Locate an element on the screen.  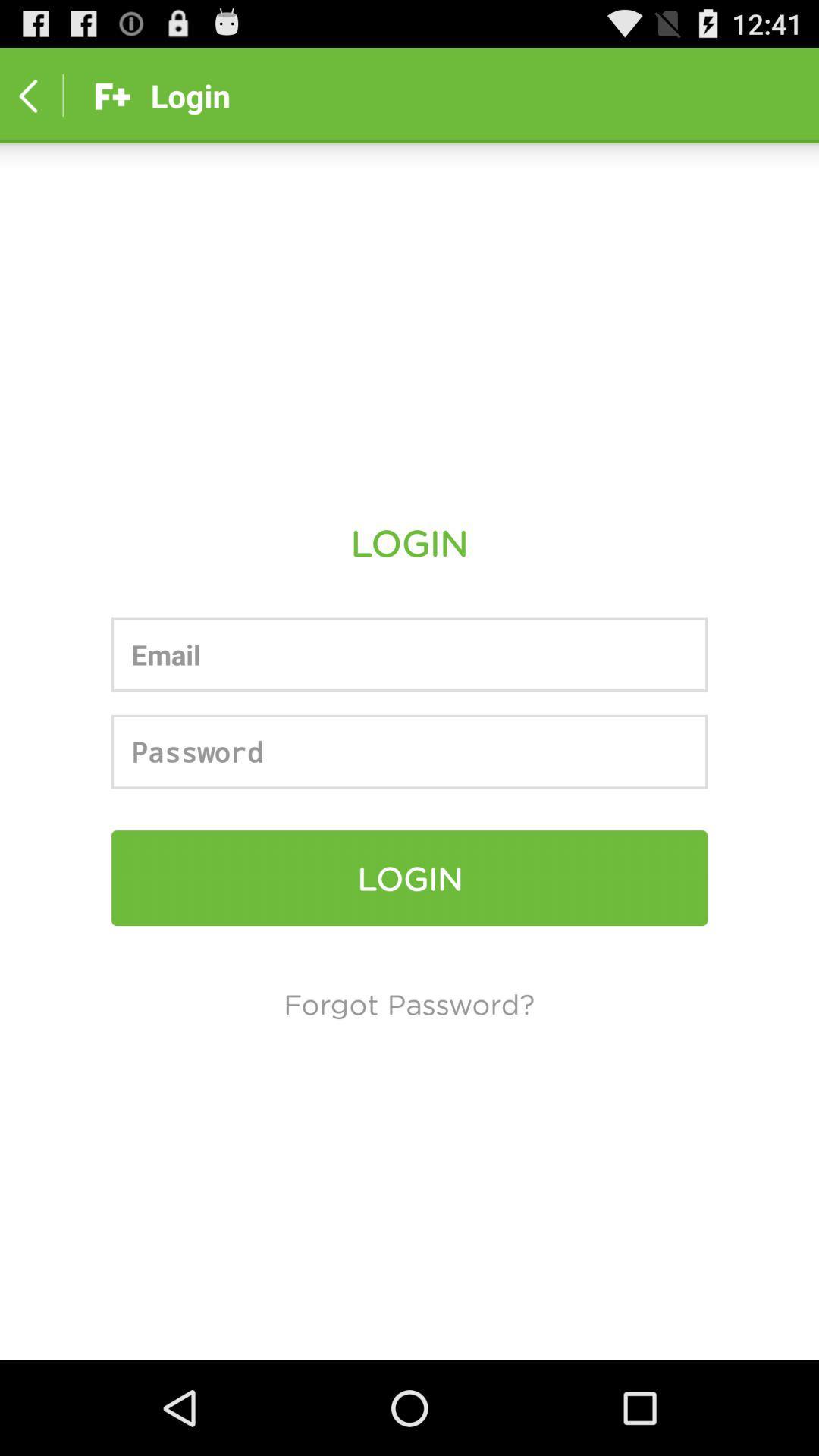
the forgot password? icon is located at coordinates (408, 1003).